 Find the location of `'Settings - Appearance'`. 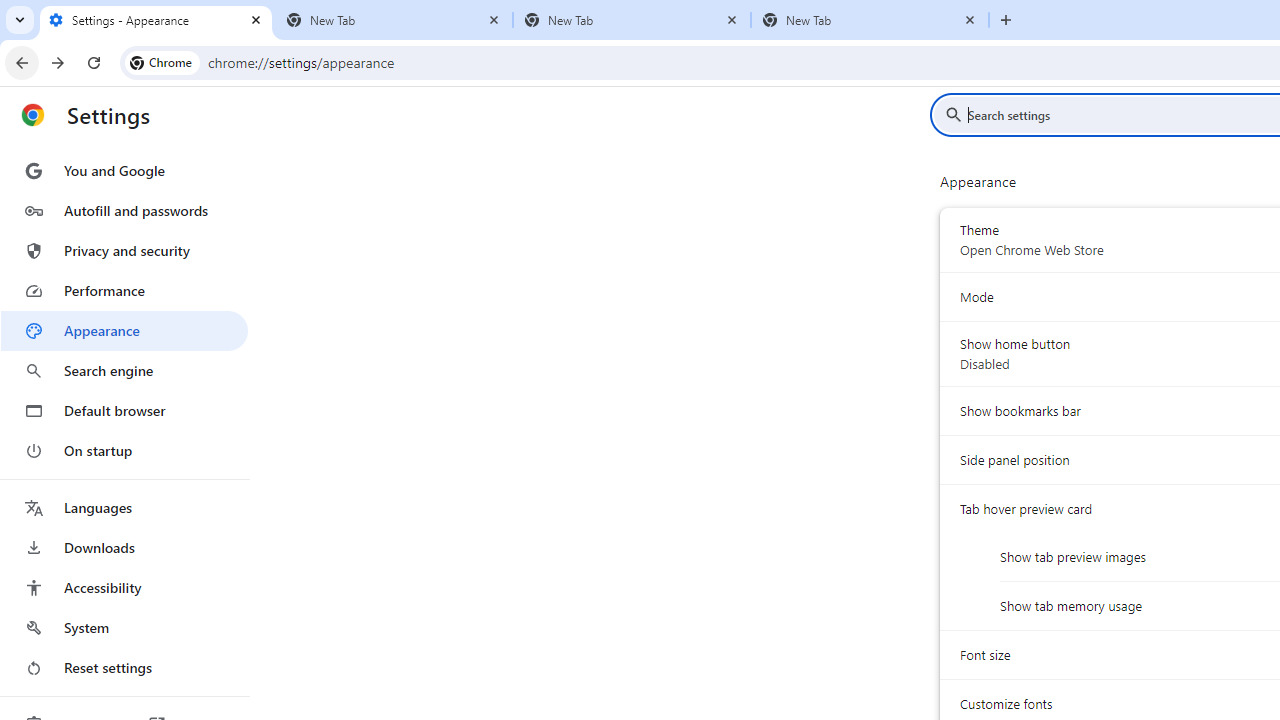

'Settings - Appearance' is located at coordinates (155, 20).